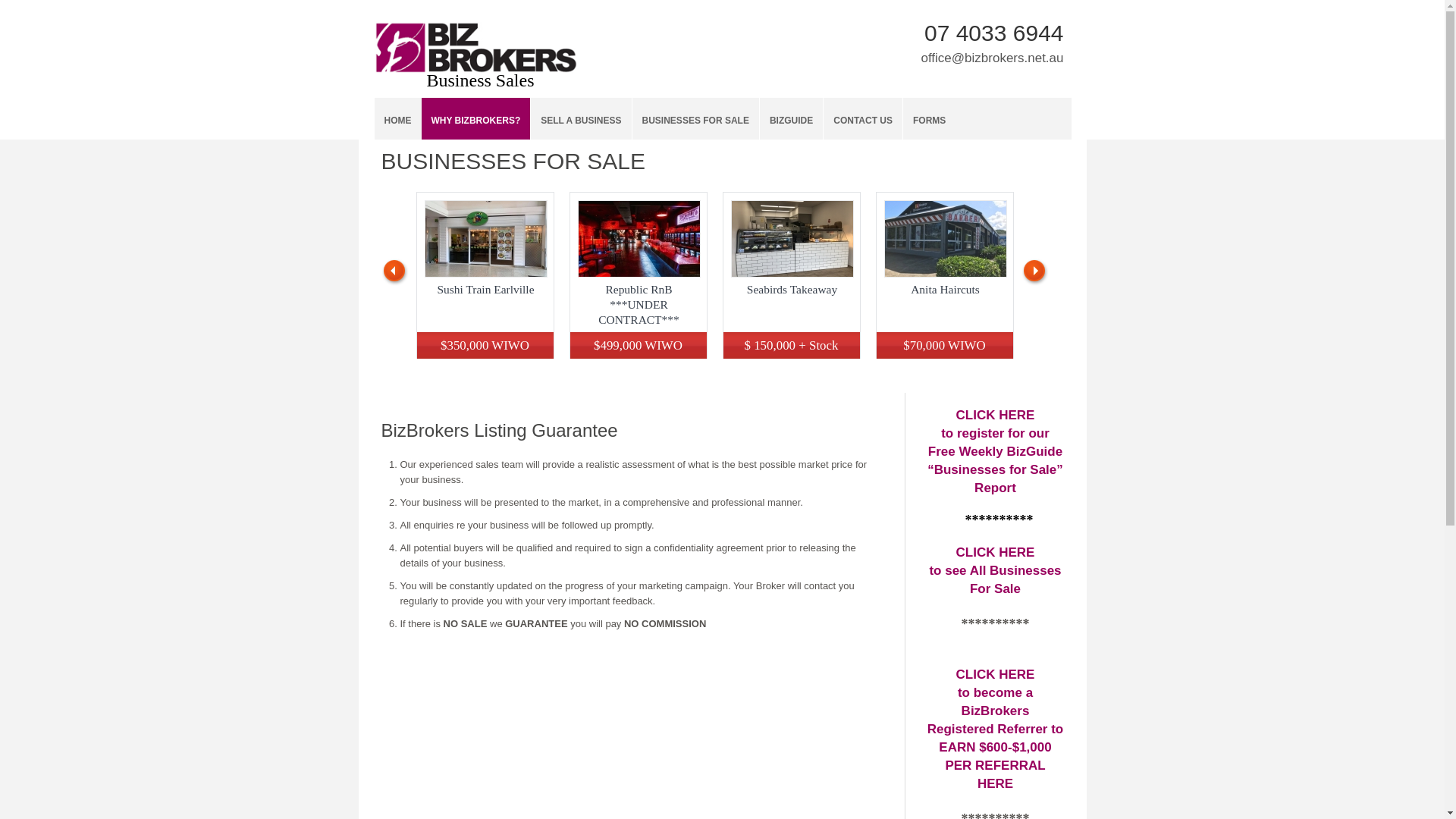 This screenshot has height=819, width=1456. Describe the element at coordinates (639, 304) in the screenshot. I see `'Republic RnB ***UNDER CONTRACT***'` at that location.